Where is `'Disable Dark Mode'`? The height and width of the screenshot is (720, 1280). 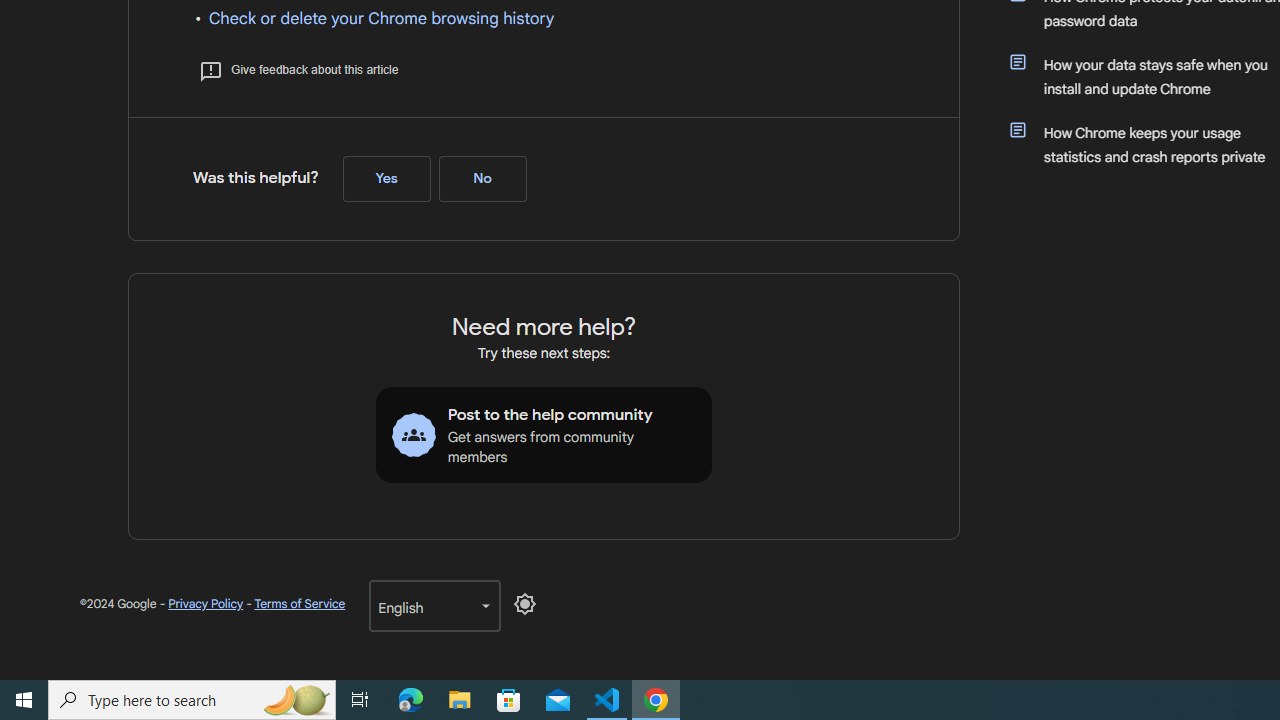 'Disable Dark Mode' is located at coordinates (525, 603).